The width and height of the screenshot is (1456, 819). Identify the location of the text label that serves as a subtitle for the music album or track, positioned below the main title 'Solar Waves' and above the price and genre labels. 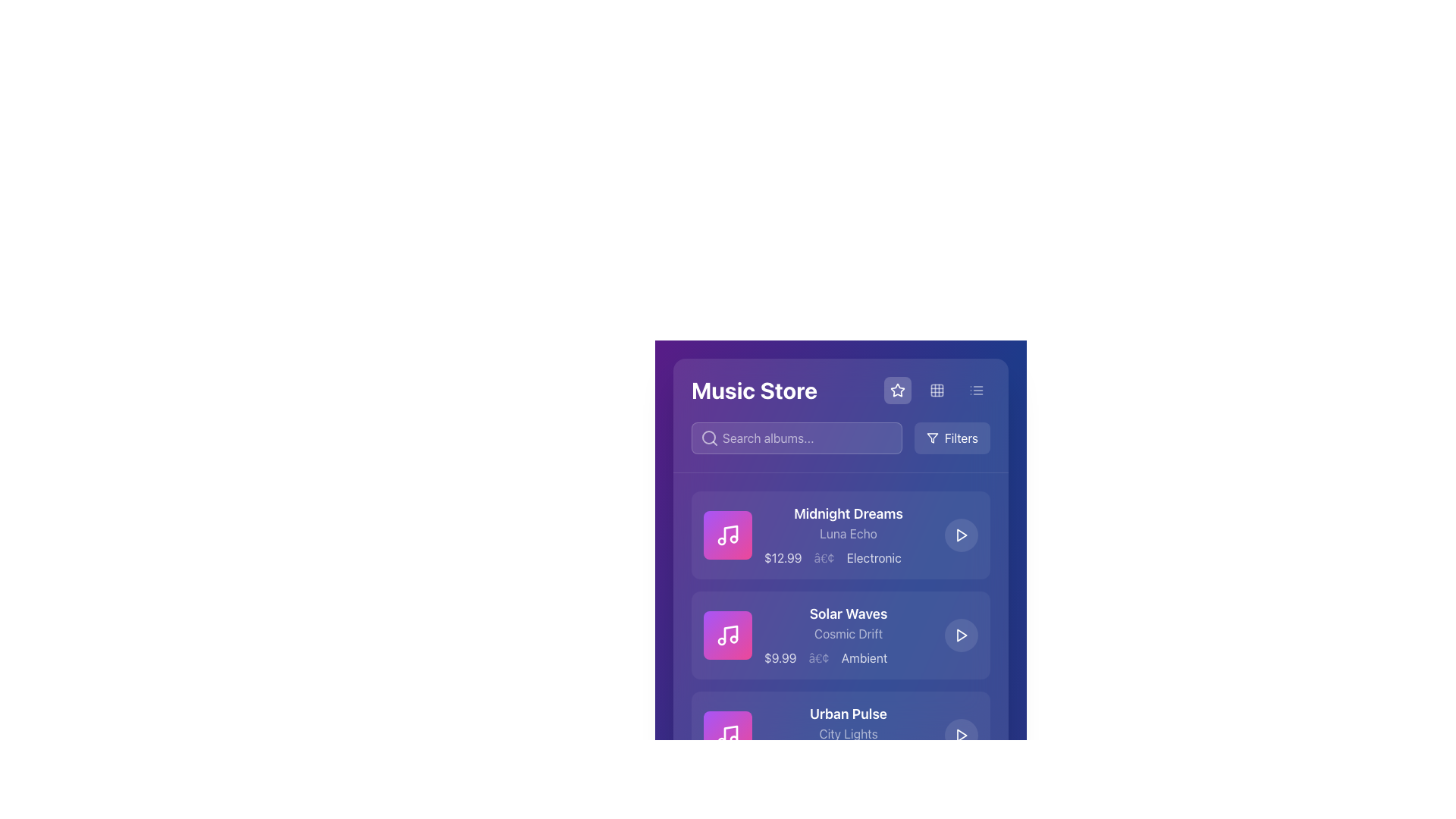
(847, 634).